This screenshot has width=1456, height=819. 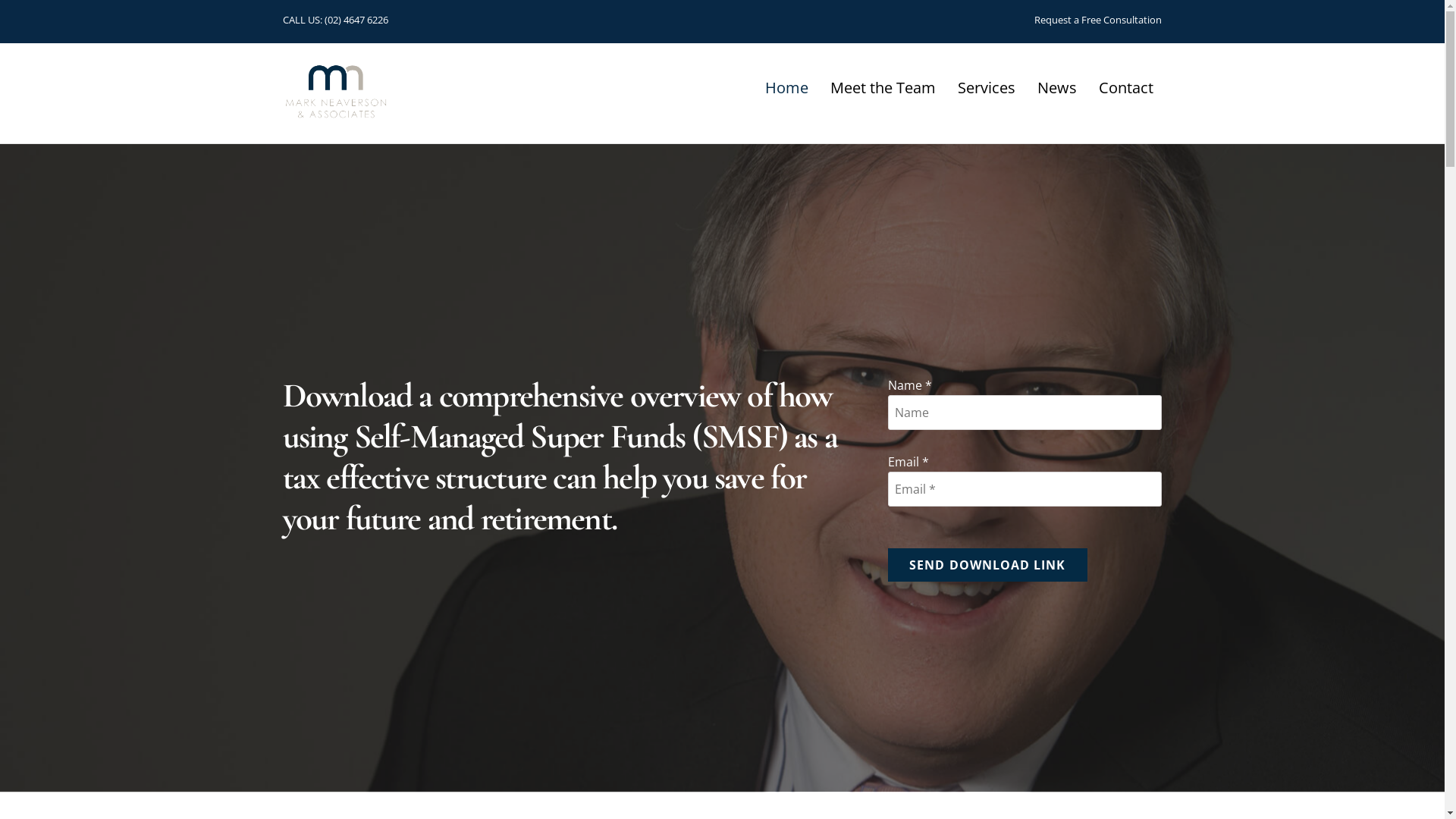 I want to click on 'Contact', so click(x=1125, y=87).